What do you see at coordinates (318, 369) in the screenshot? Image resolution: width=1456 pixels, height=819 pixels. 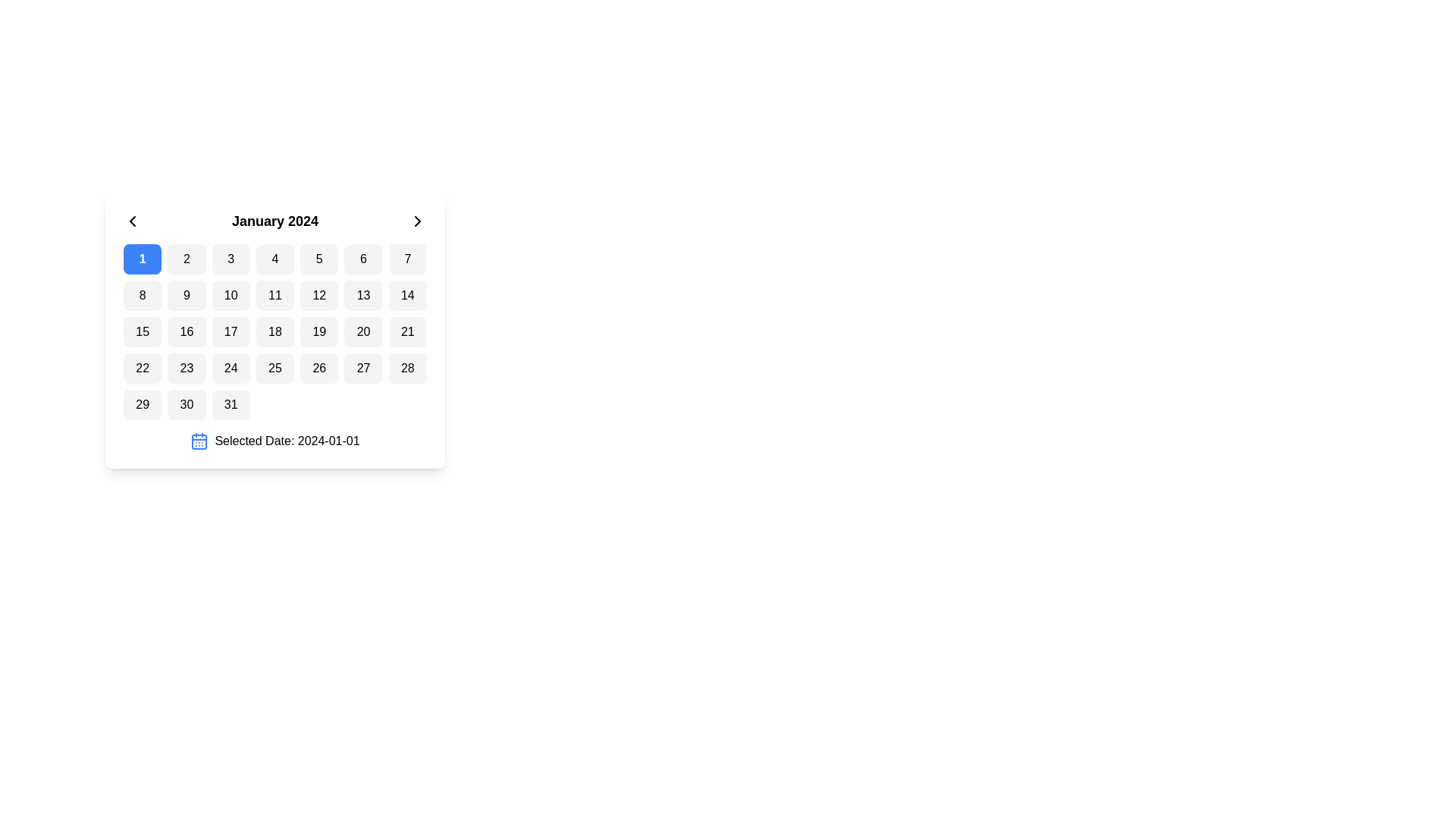 I see `the square button displaying the number '26' in the calendar grid` at bounding box center [318, 369].